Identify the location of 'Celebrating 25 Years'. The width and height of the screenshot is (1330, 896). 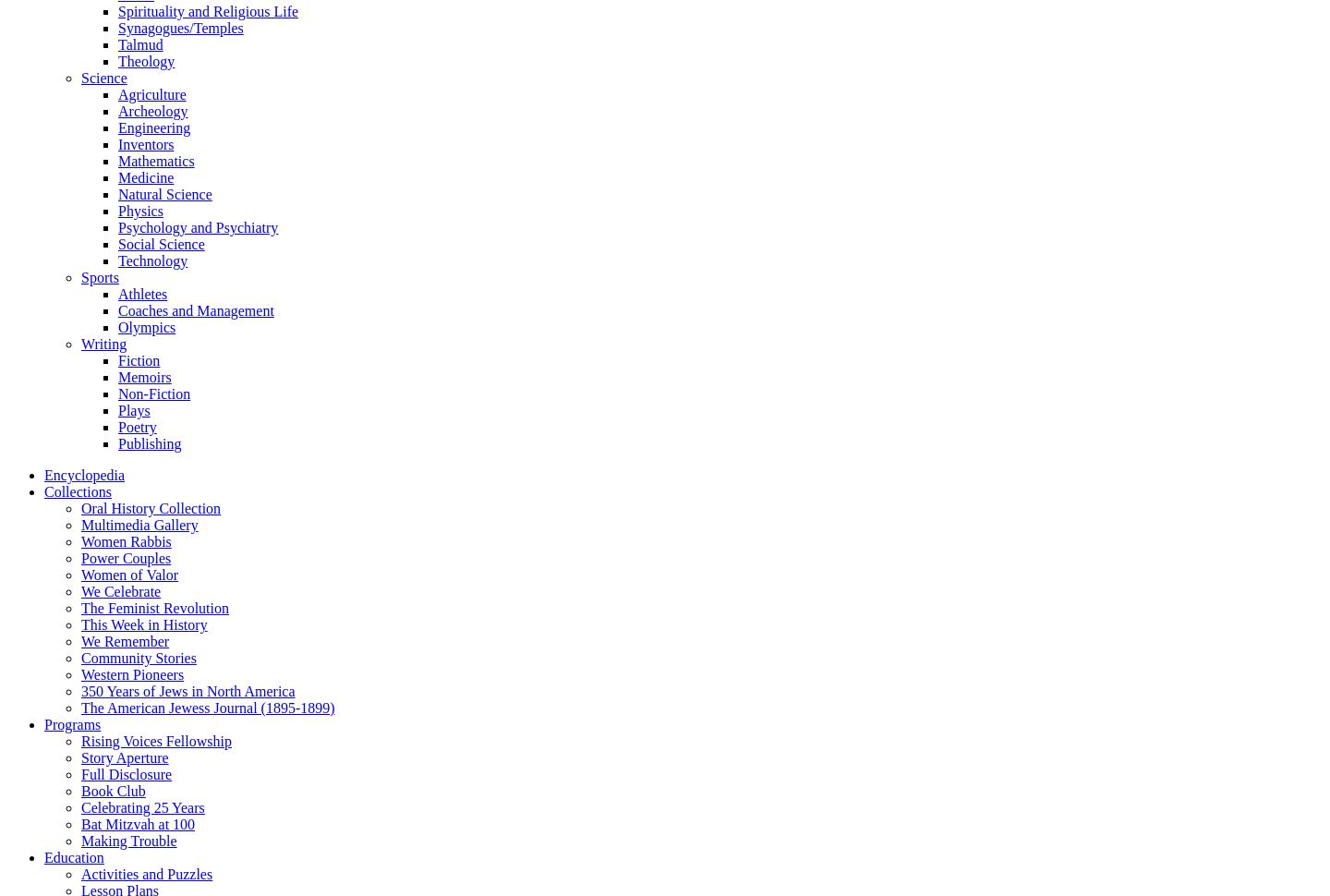
(141, 806).